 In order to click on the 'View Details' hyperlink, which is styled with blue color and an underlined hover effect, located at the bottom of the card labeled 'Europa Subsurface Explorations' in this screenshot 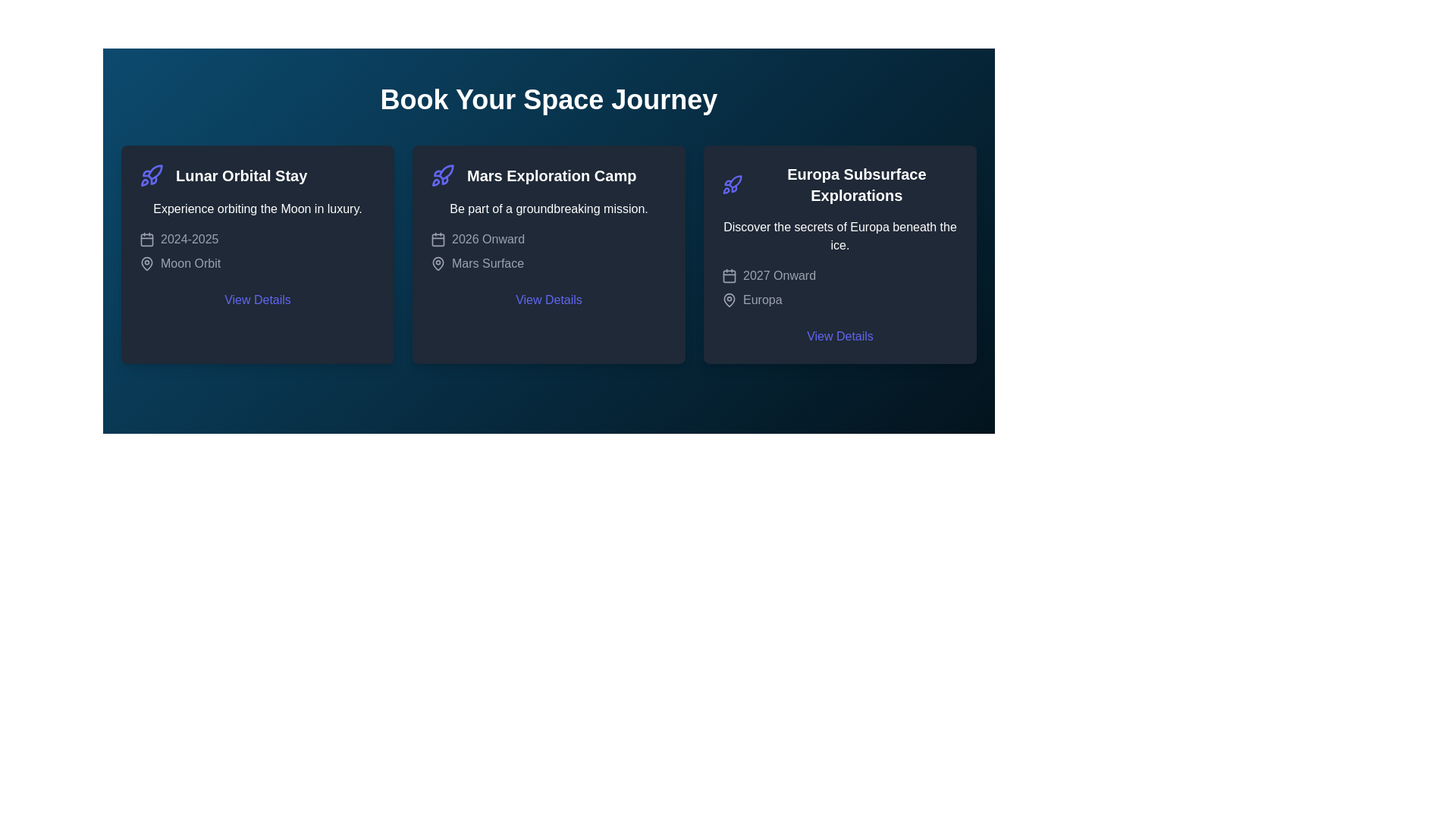, I will do `click(839, 335)`.